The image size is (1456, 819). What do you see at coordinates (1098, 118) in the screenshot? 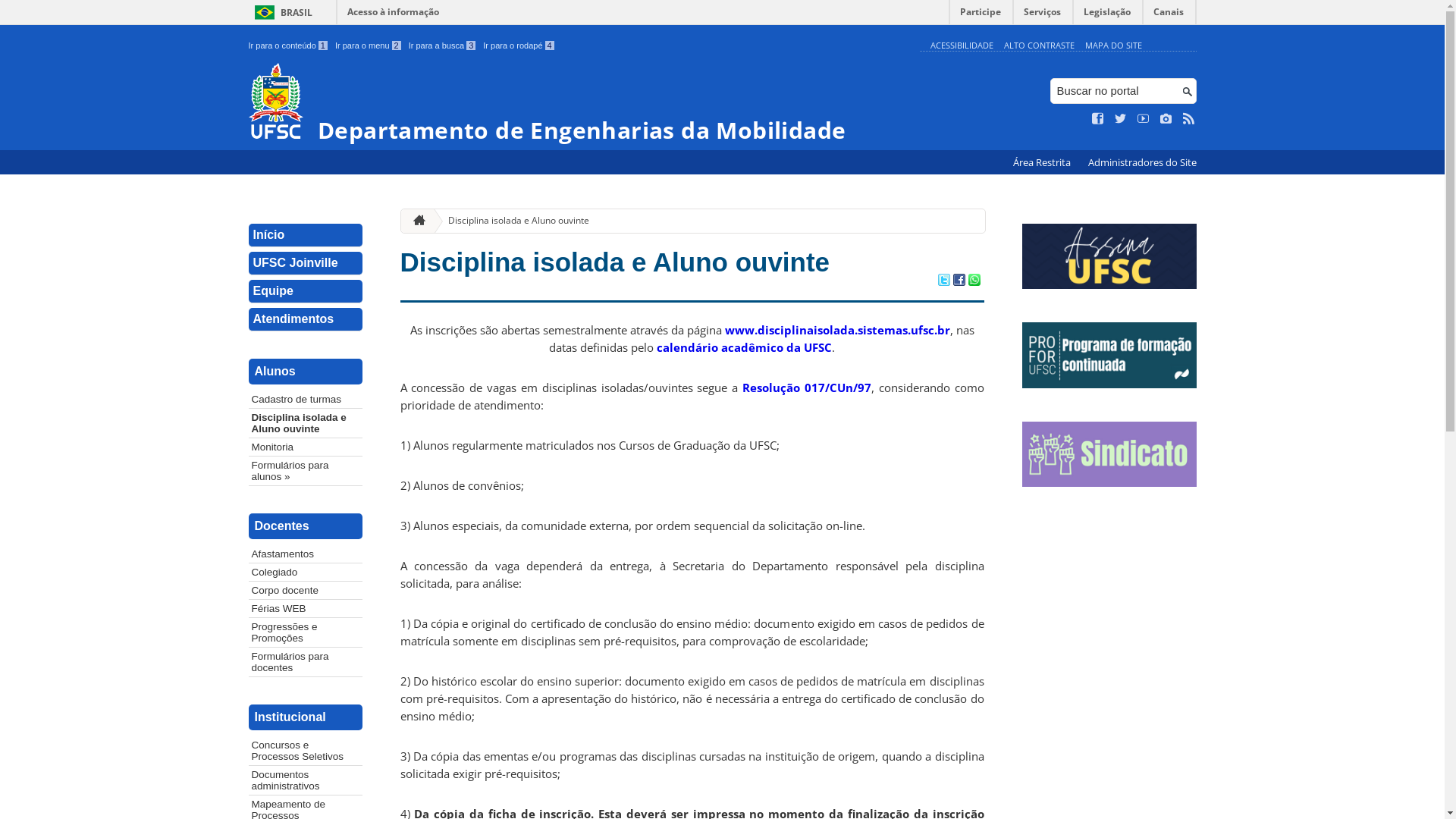
I see `'Curta no Facebook'` at bounding box center [1098, 118].